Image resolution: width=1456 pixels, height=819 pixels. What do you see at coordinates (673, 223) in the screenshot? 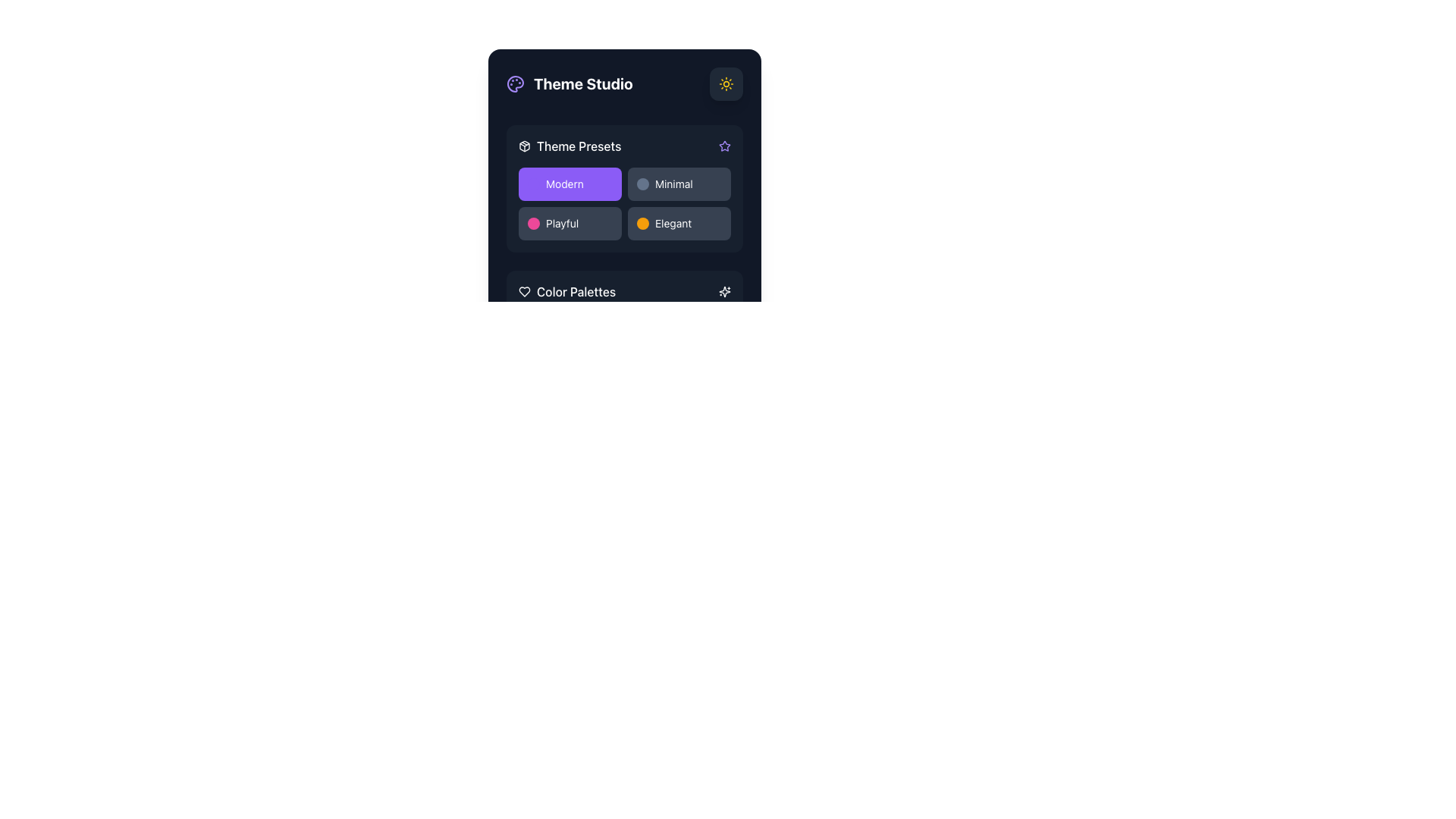
I see `the 'Theme Preset' text label indicating 'Elegant', which is located in the 'Theme Presets' section of the interface, to the right of a small orange circular indicator` at bounding box center [673, 223].